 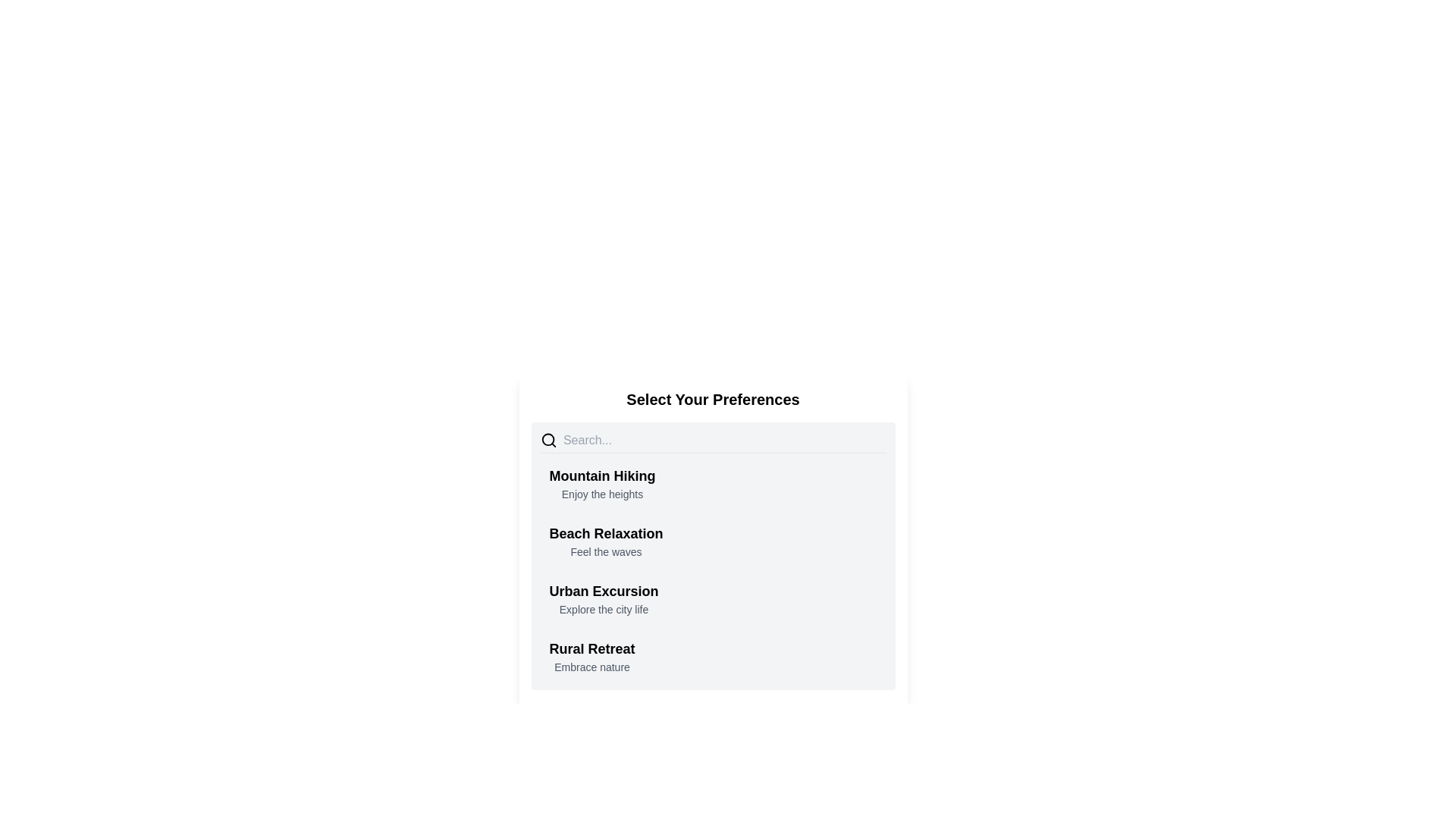 I want to click on the search bar located within the 'Select Your Preferences' section to focus on the field, so click(x=723, y=441).